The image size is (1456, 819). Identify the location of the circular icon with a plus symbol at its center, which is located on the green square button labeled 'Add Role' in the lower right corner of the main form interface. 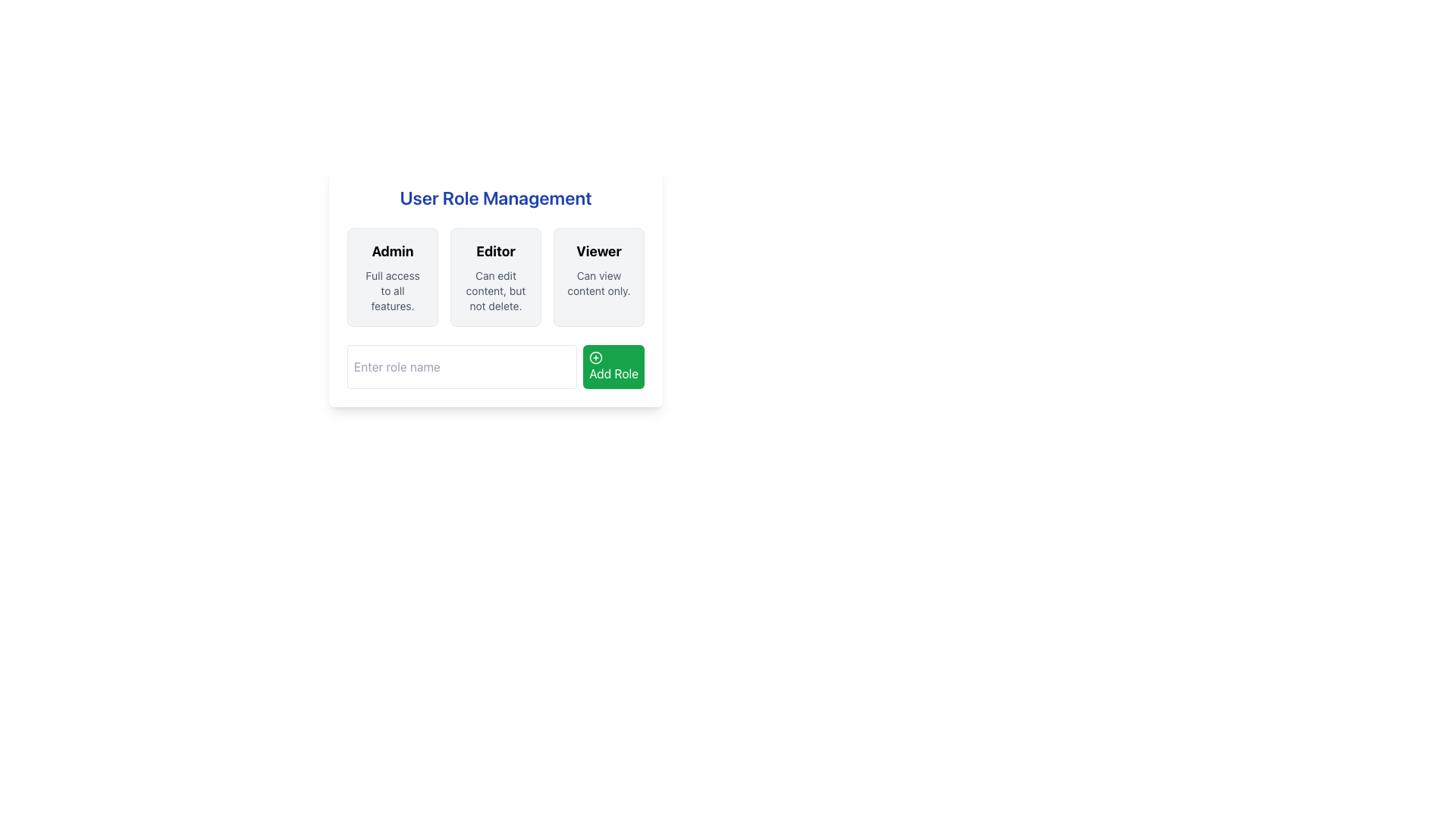
(595, 357).